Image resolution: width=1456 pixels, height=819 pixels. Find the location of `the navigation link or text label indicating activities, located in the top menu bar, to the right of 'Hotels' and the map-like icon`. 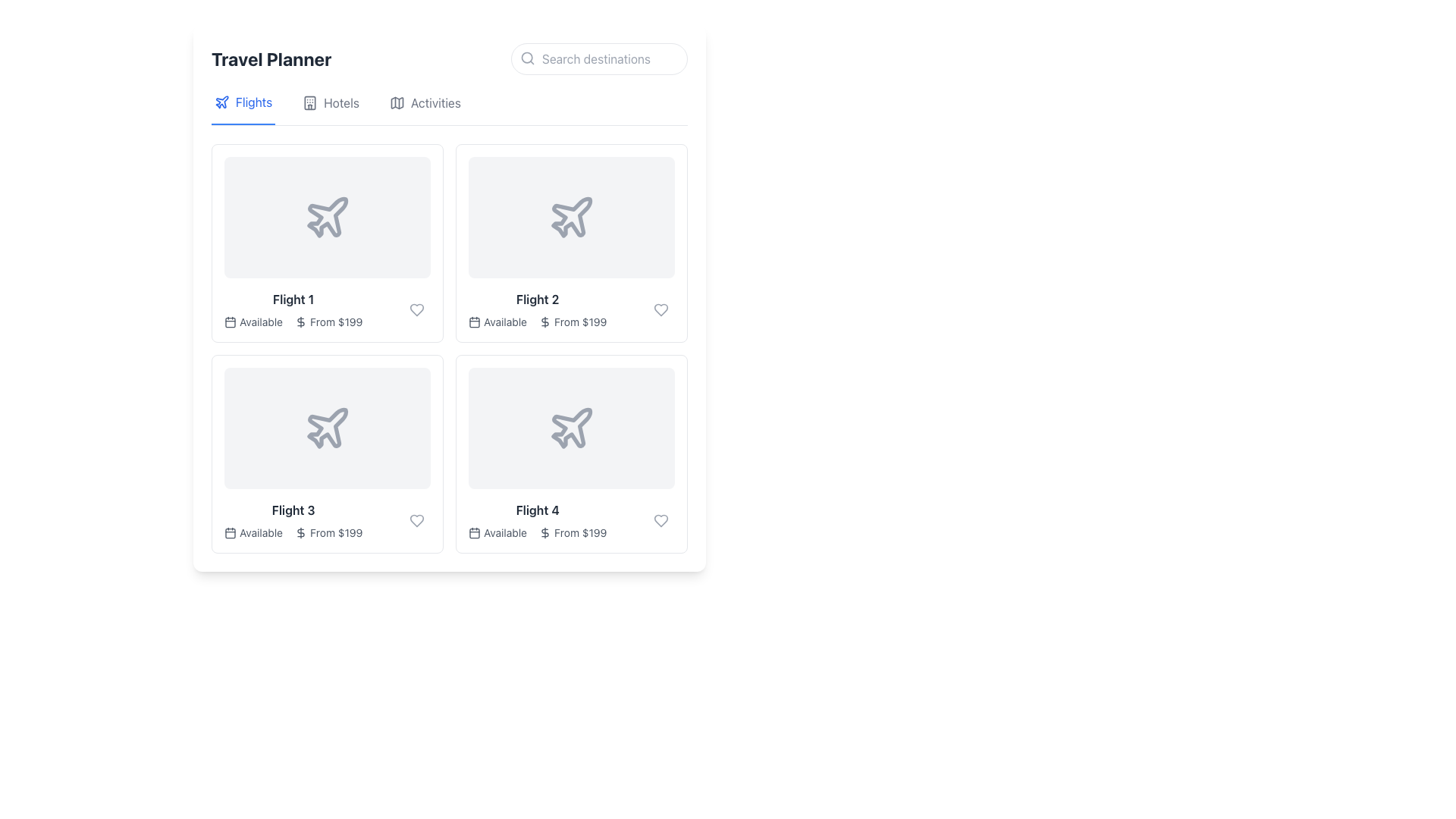

the navigation link or text label indicating activities, located in the top menu bar, to the right of 'Hotels' and the map-like icon is located at coordinates (435, 102).